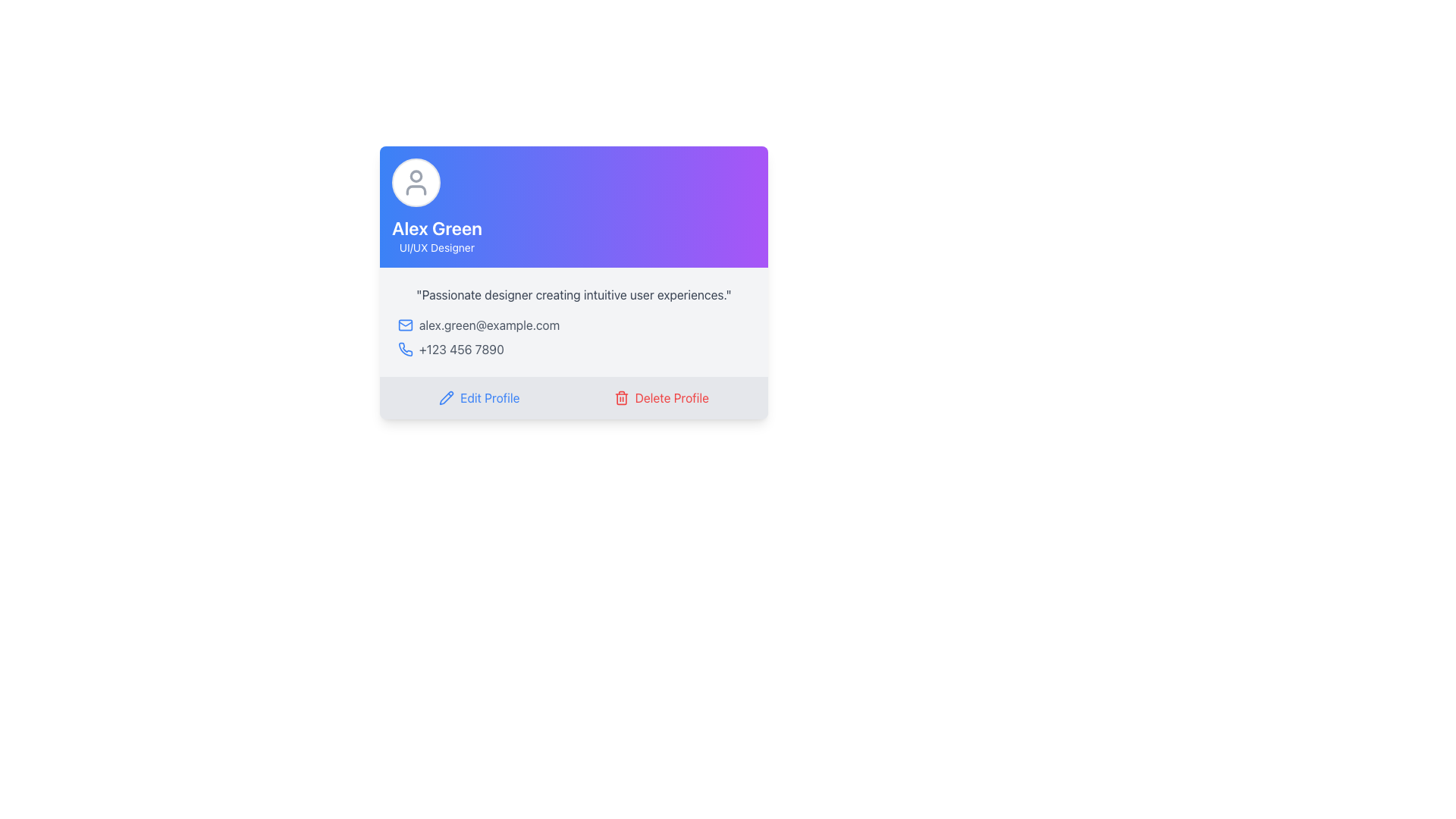  What do you see at coordinates (621, 397) in the screenshot?
I see `the trash icon located to the left of the 'Delete Profile' text in the bottom-right section of the profile card` at bounding box center [621, 397].